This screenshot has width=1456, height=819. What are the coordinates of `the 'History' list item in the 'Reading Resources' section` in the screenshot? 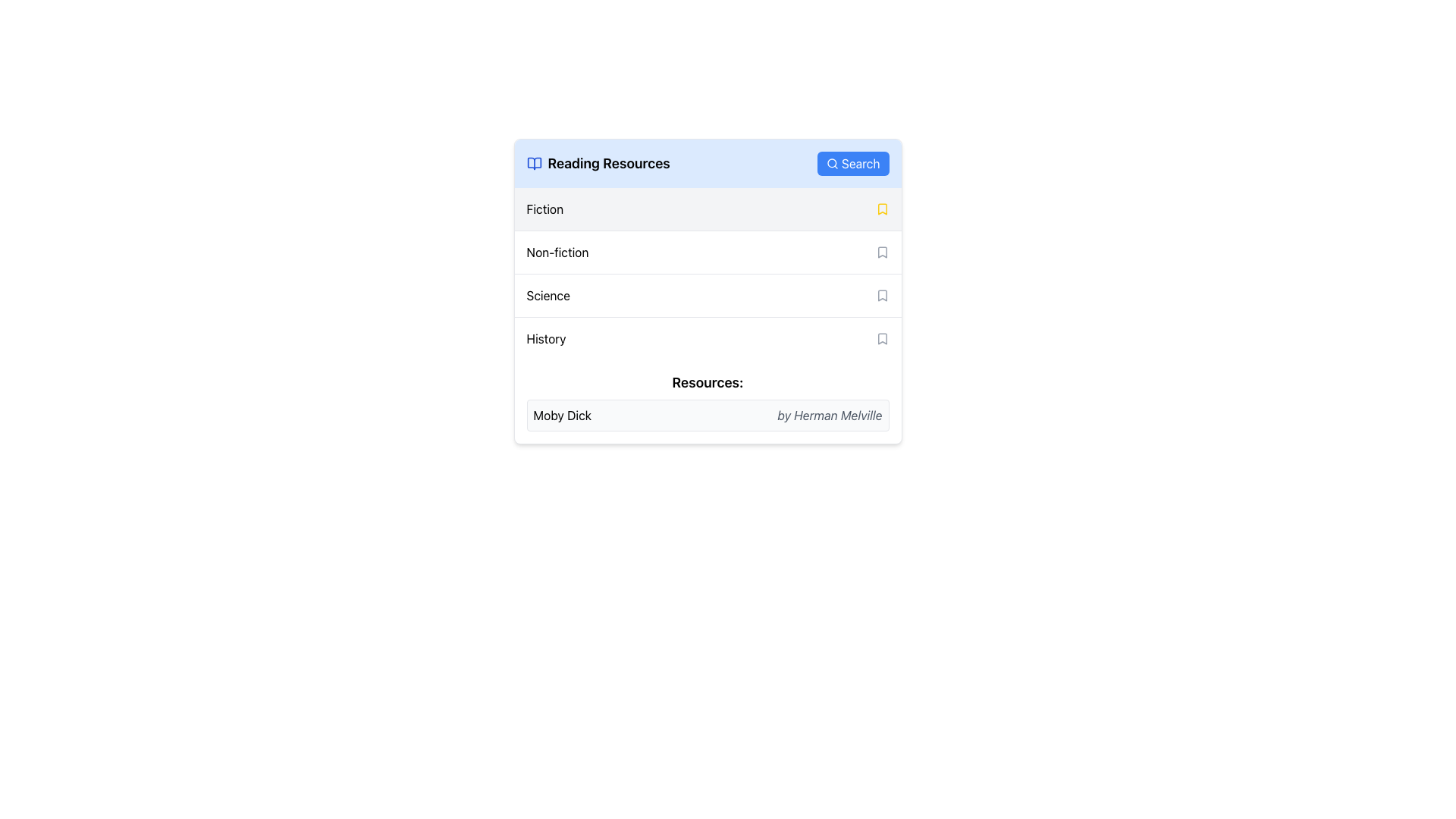 It's located at (707, 337).